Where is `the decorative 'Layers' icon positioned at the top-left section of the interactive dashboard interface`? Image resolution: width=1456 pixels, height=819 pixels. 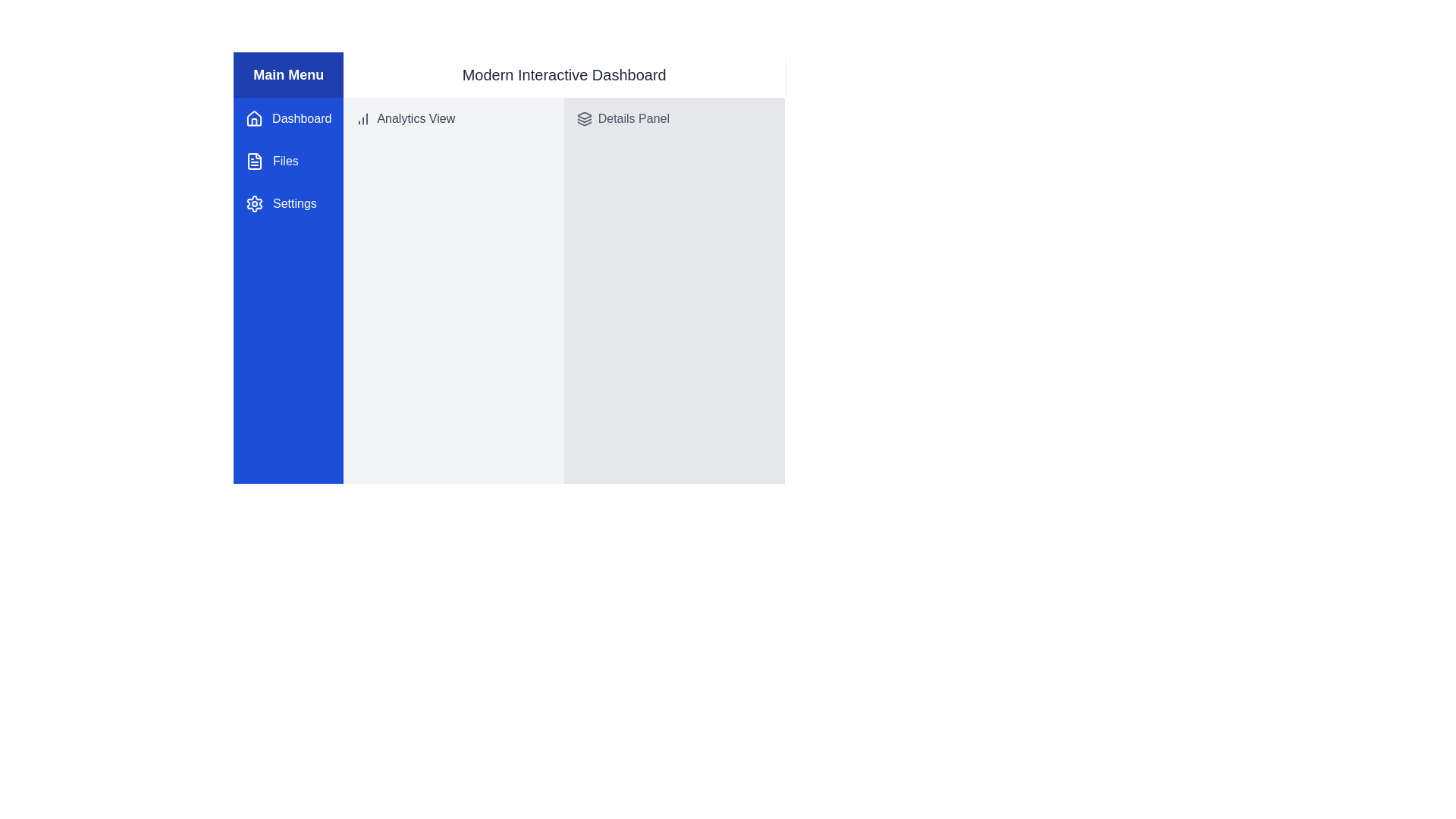
the decorative 'Layers' icon positioned at the top-left section of the interactive dashboard interface is located at coordinates (583, 115).